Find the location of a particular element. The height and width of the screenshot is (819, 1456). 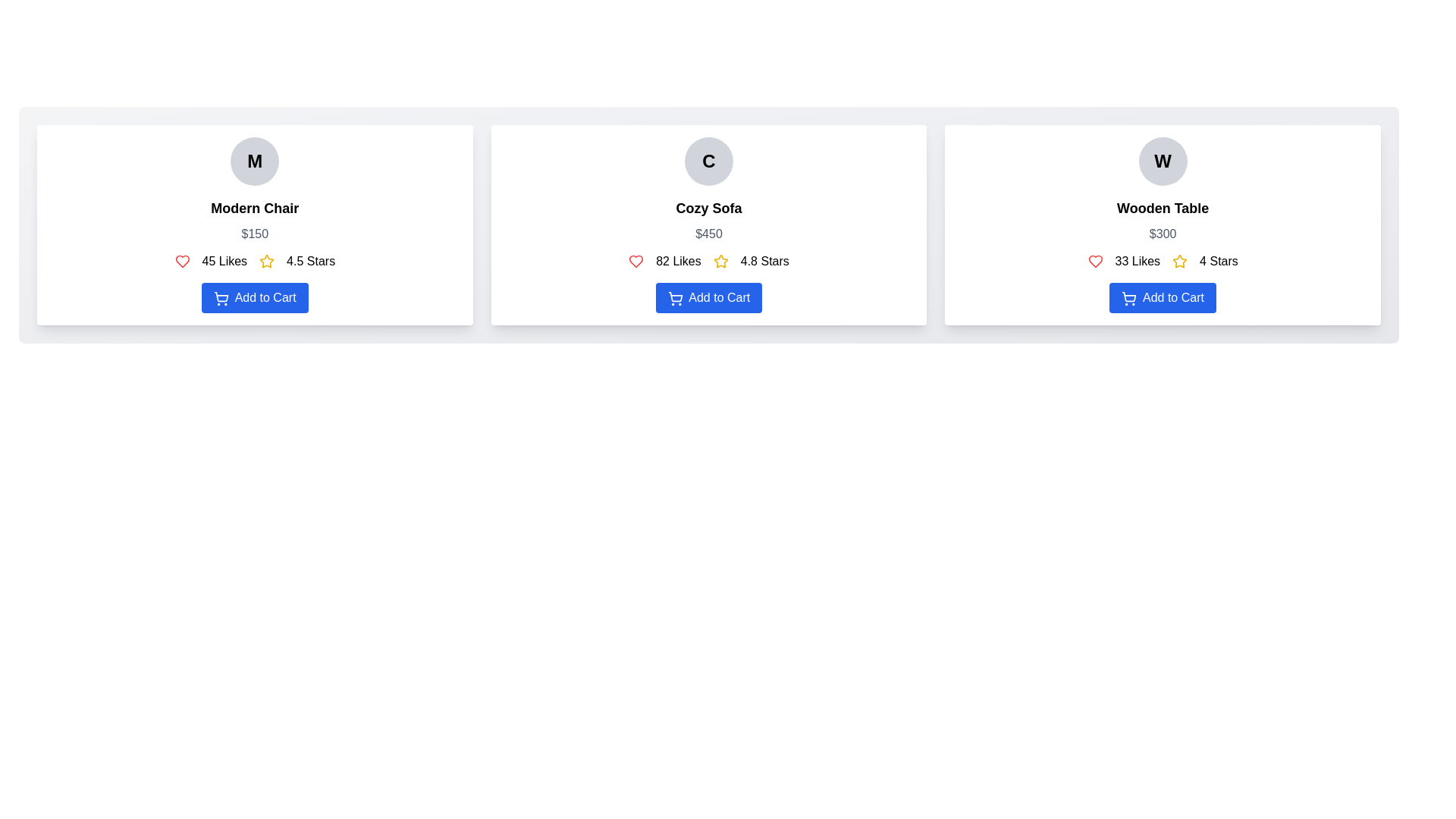

the Statistics display component showing a red heart icon and '33 Likes', along with a yellow star icon and '4 Stars', located below the price in the last card of three horizontally-aligned cards is located at coordinates (1162, 260).